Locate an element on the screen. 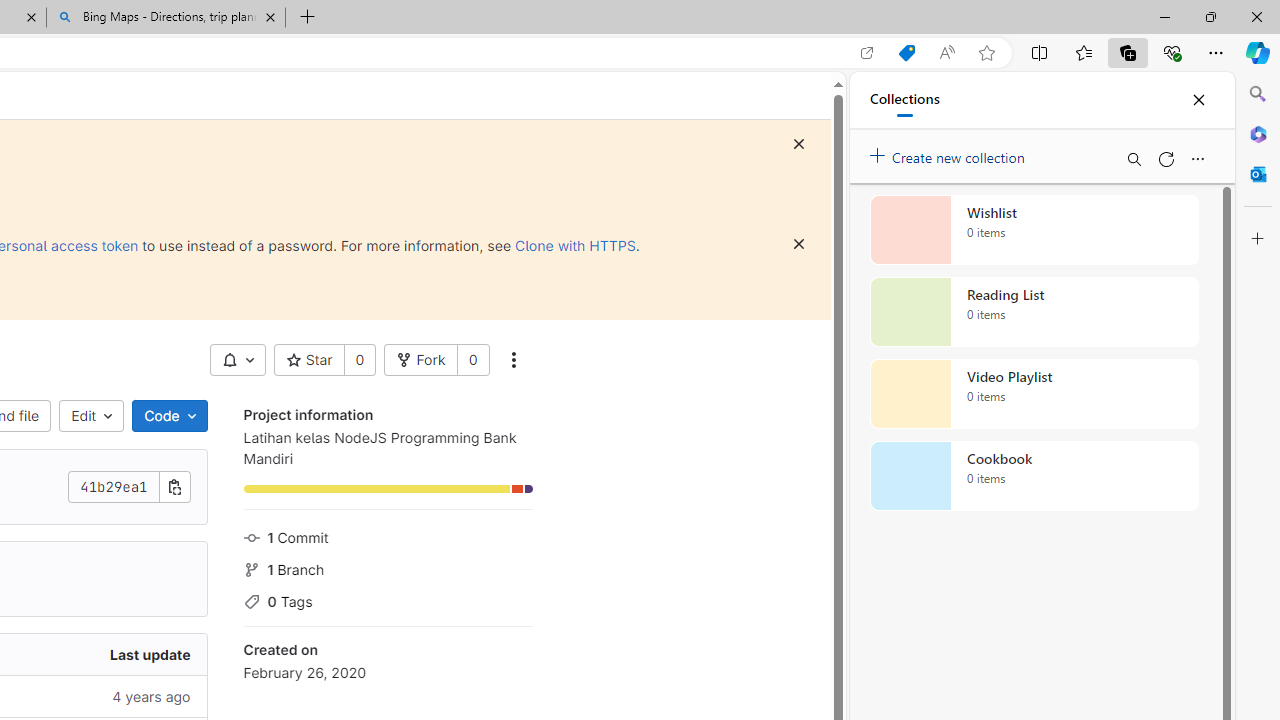  'Microsoft 365' is located at coordinates (1257, 133).